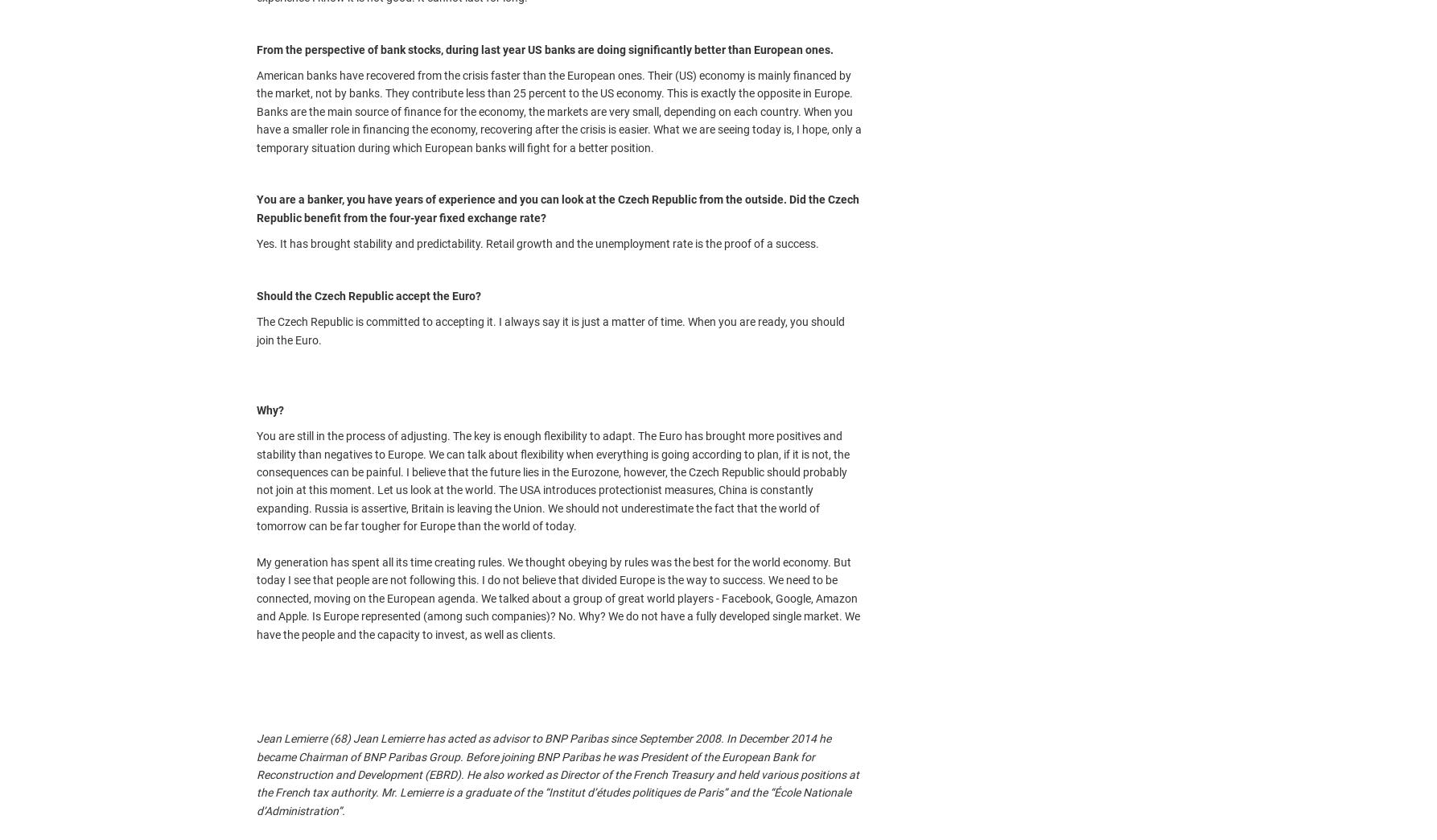  What do you see at coordinates (553, 481) in the screenshot?
I see `'You are still in the process of adjusting. The key is enough flexibility to adapt. The Euro has brought more positives and stability than negatives to Europe. We can talk about flexibility when everything is going according to plan, if it is not, the consequences can be painful. I believe that the future lies in the Eurozone, however, the Czech Republic should probably not join at this moment. Let us look at the world. The USA introduces protectionist measures, China is constantly expanding. Russia is assertive, Britain is leaving the Union. We should not underestimate the fact that the world of tomorrow can be far tougher for Europe than the world of today.'` at bounding box center [553, 481].